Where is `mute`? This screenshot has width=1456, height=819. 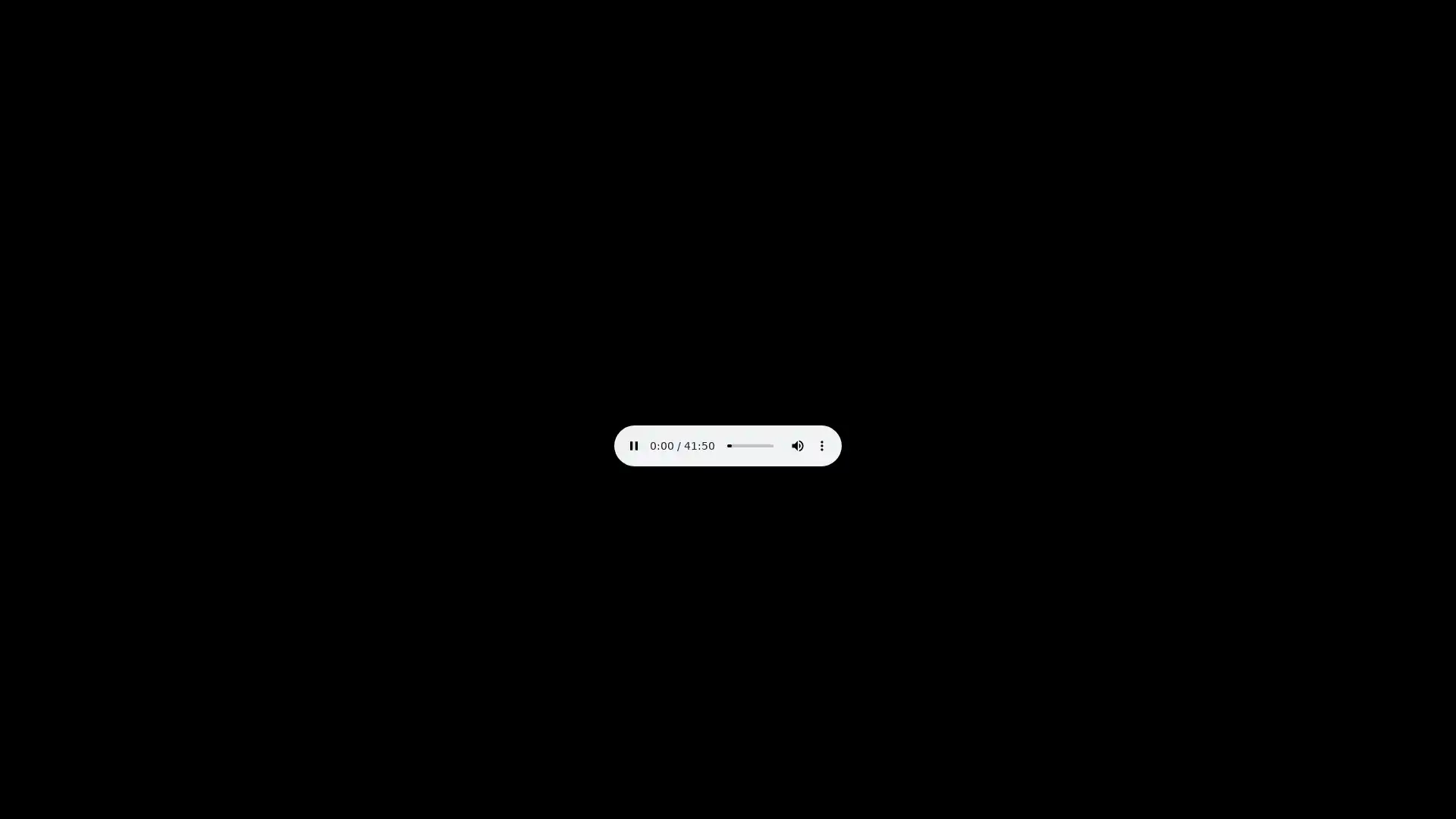 mute is located at coordinates (796, 444).